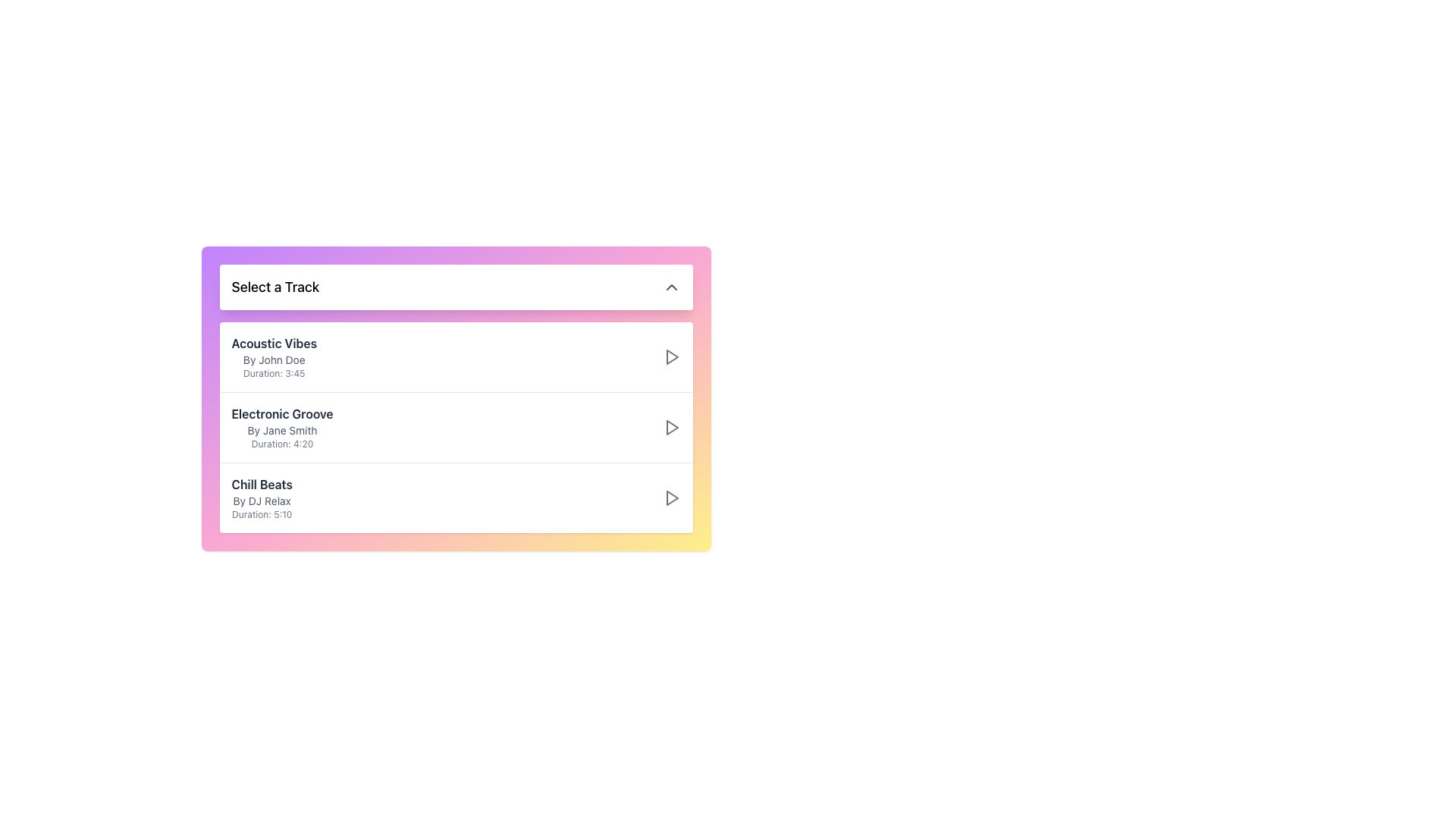 This screenshot has width=1456, height=819. What do you see at coordinates (282, 414) in the screenshot?
I see `the text element that displays the track name 'Electronic Groove' by 'Jane Smith' in the track selection interface` at bounding box center [282, 414].